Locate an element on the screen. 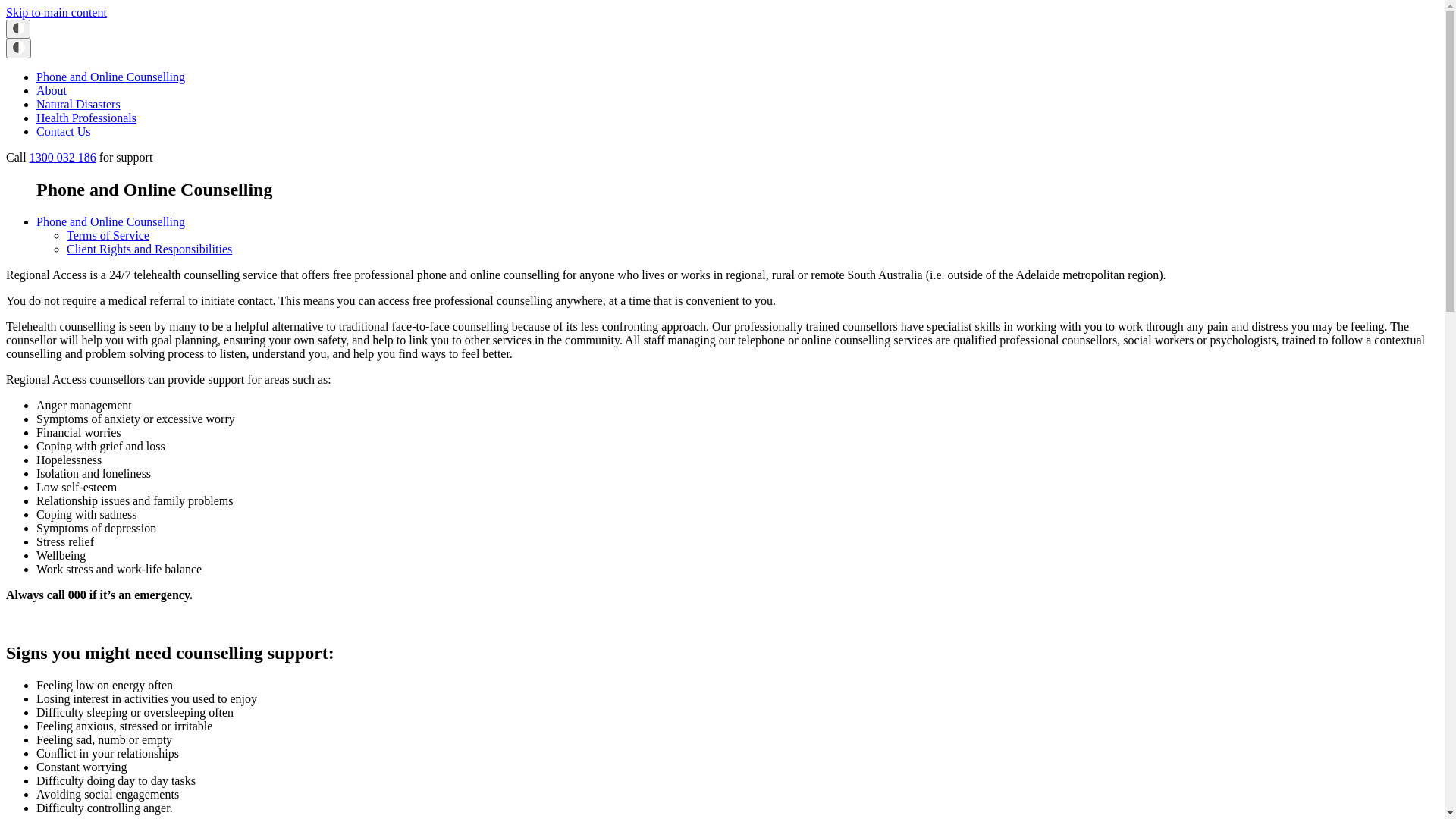  'Natural Disasters' is located at coordinates (36, 103).